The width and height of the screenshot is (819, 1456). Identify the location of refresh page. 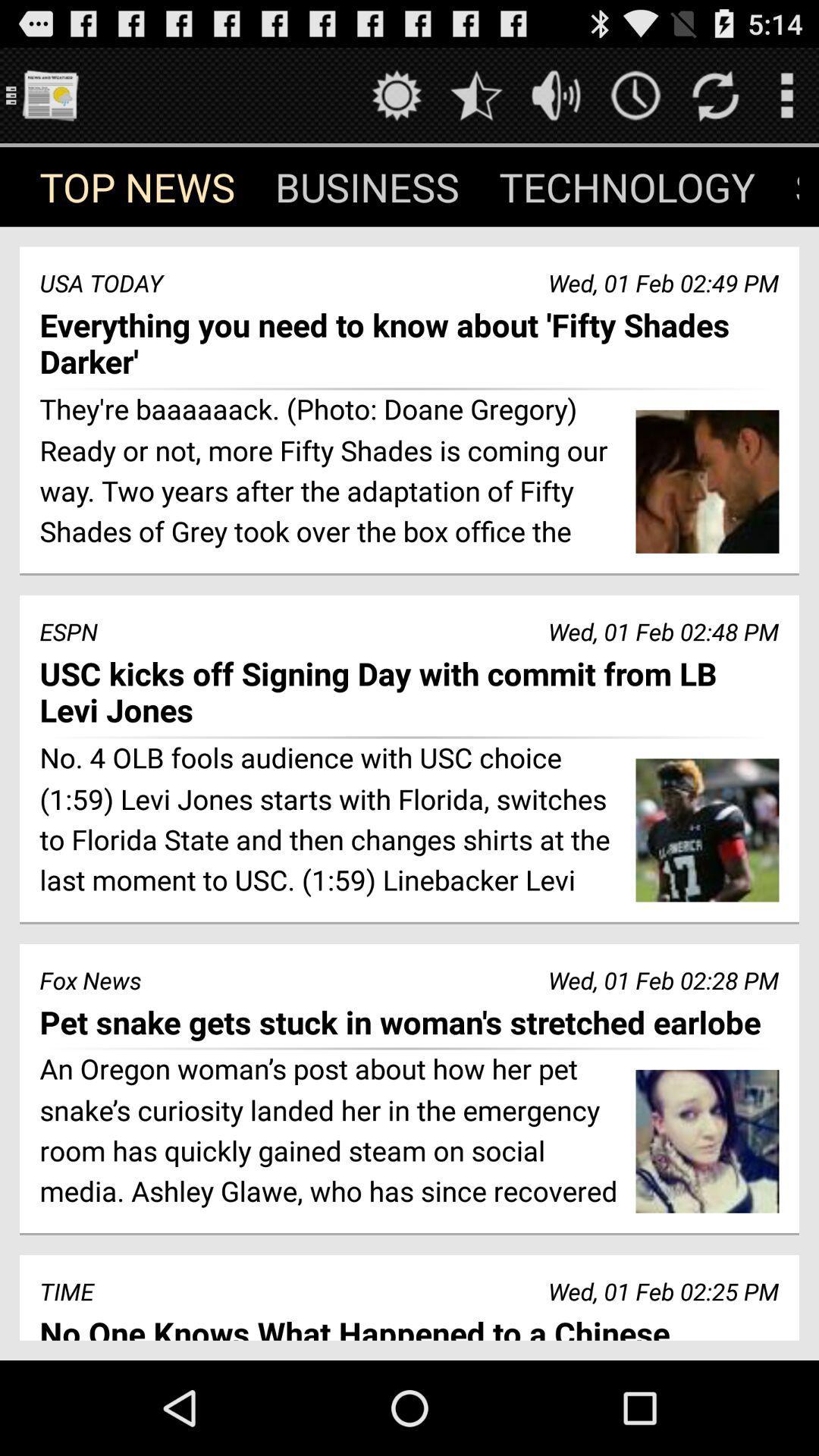
(715, 94).